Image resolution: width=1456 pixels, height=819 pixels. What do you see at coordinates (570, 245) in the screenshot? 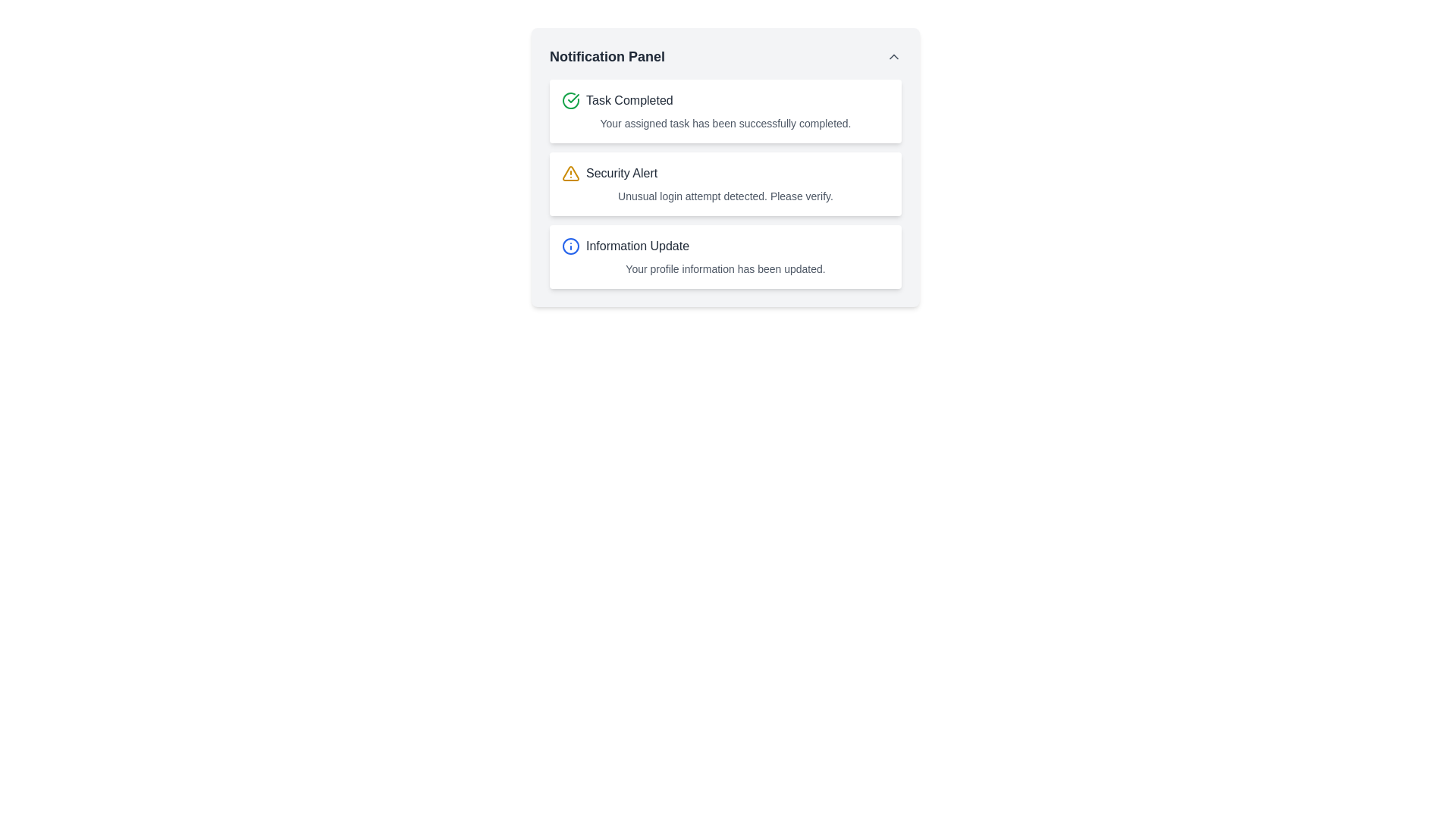
I see `the information icon represented by a blue circular border with an 'i' glyph, located to the left of the text 'Information Update' in the third item of the notification panel` at bounding box center [570, 245].